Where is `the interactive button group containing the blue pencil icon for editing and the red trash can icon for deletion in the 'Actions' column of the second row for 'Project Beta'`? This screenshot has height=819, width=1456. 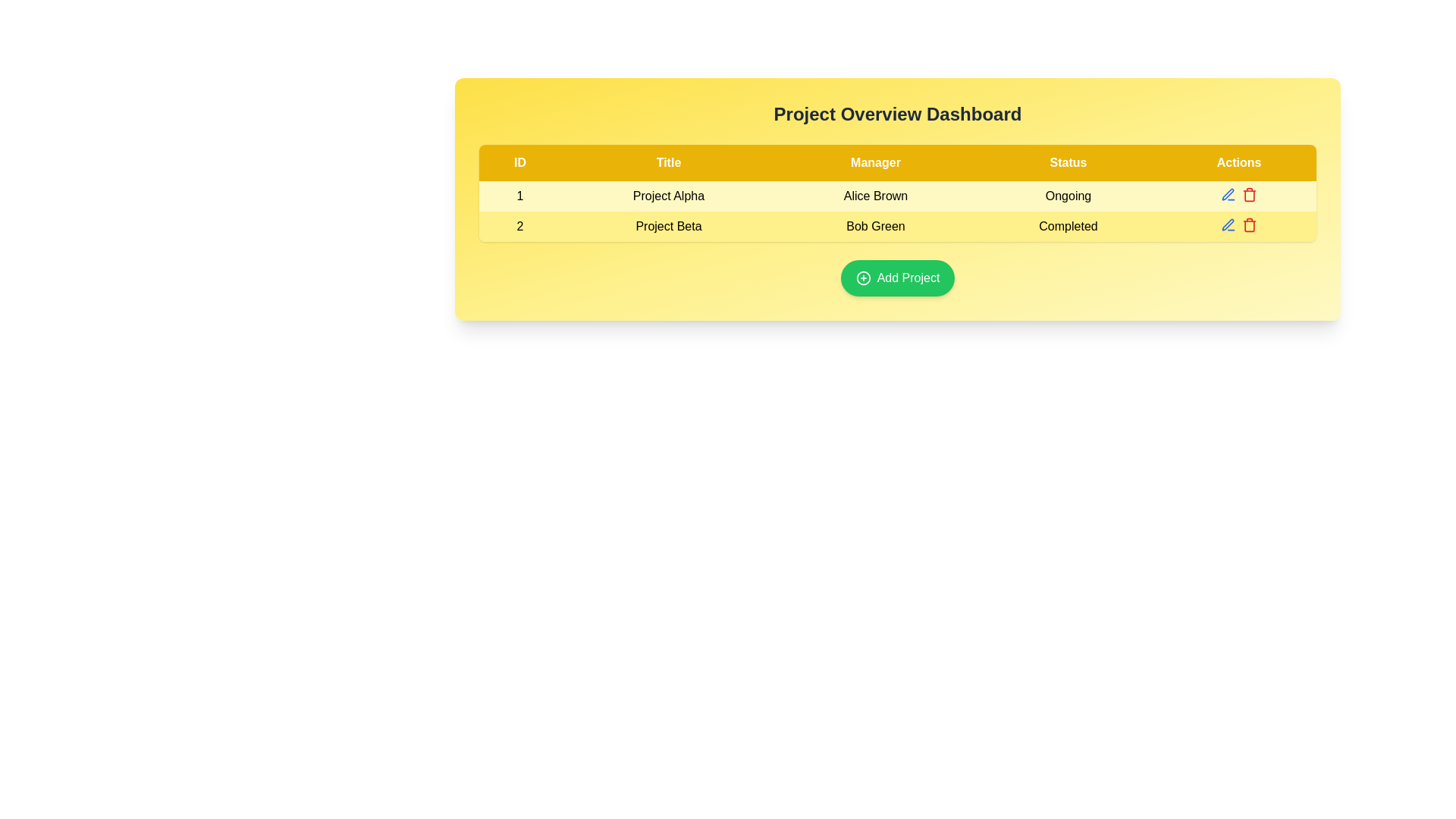
the interactive button group containing the blue pencil icon for editing and the red trash can icon for deletion in the 'Actions' column of the second row for 'Project Beta' is located at coordinates (1238, 225).